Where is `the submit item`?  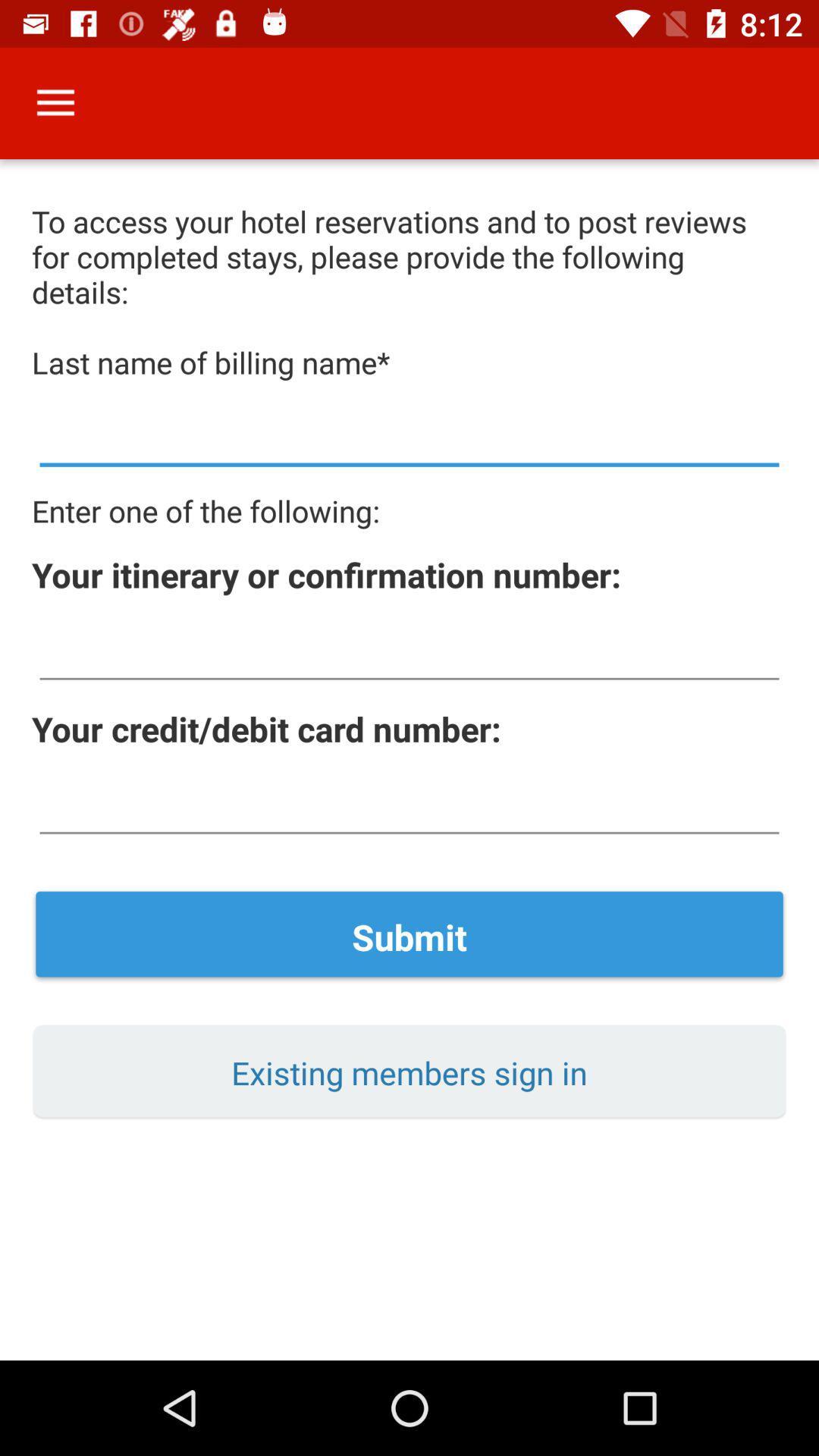 the submit item is located at coordinates (409, 936).